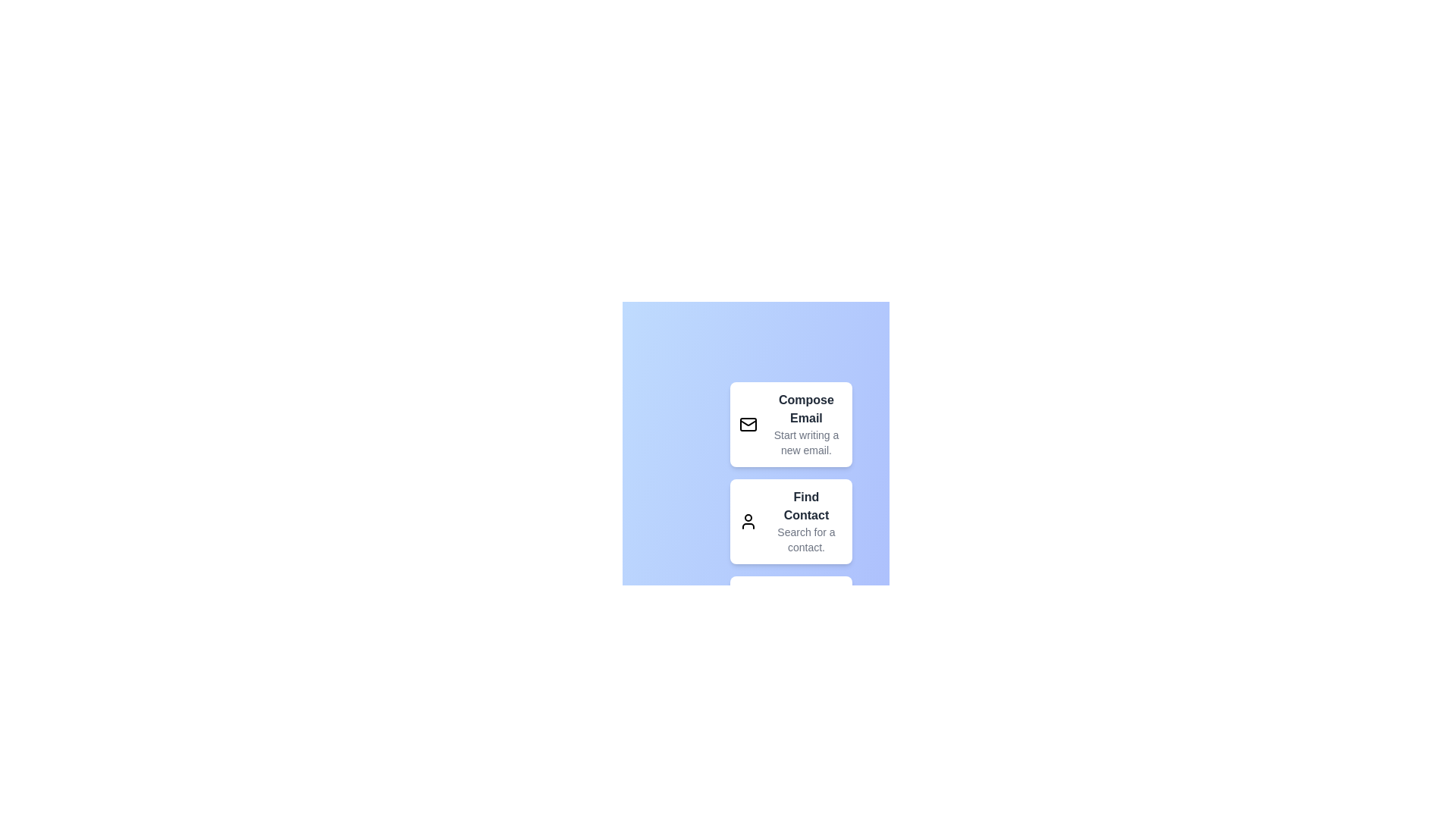  I want to click on the 'Compose Email' button to start writing a new email, so click(789, 424).